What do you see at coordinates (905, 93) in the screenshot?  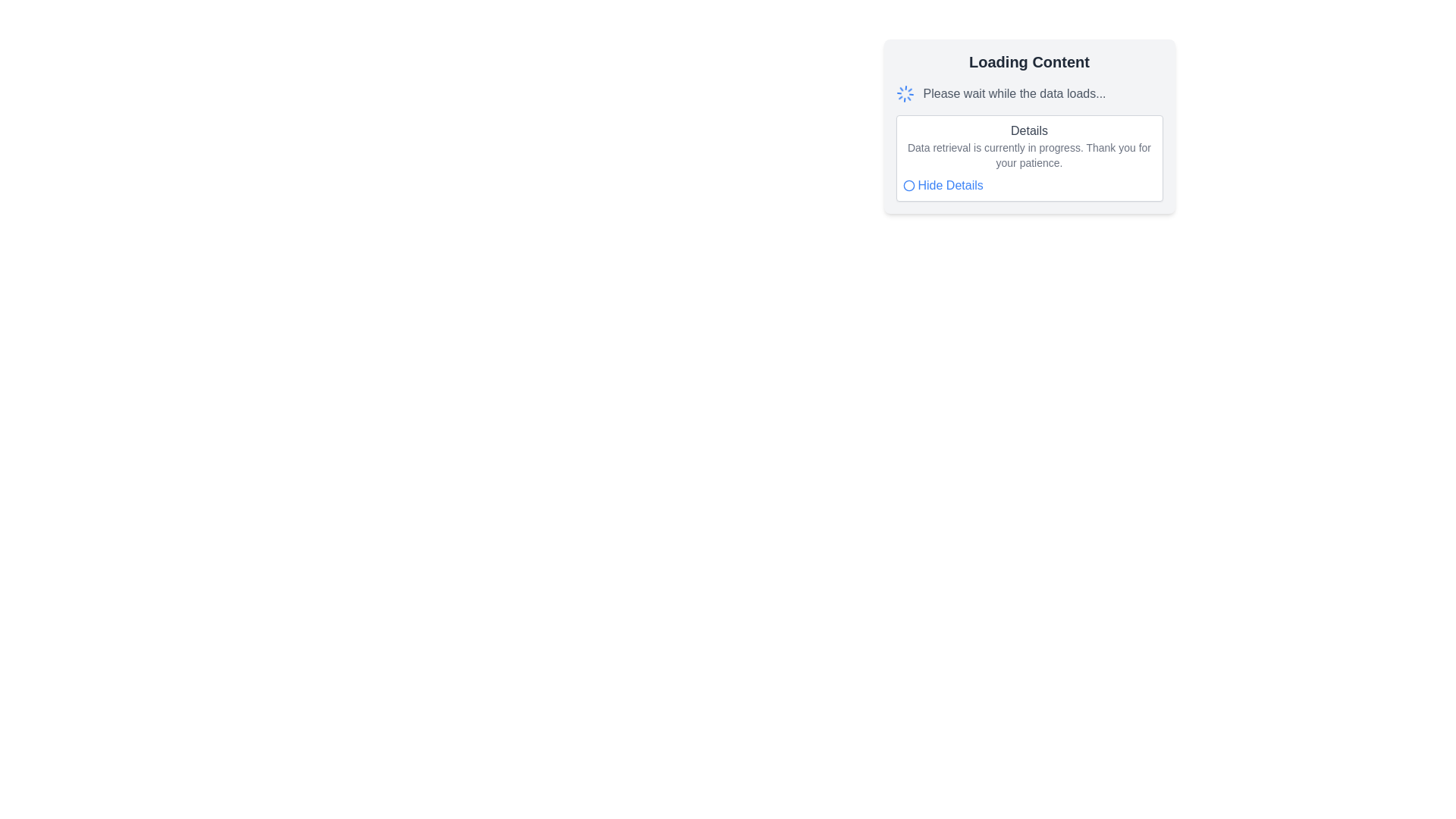 I see `the animated loading spinner located in the 'Loading Content' modal, which indicates that data is currently loading` at bounding box center [905, 93].